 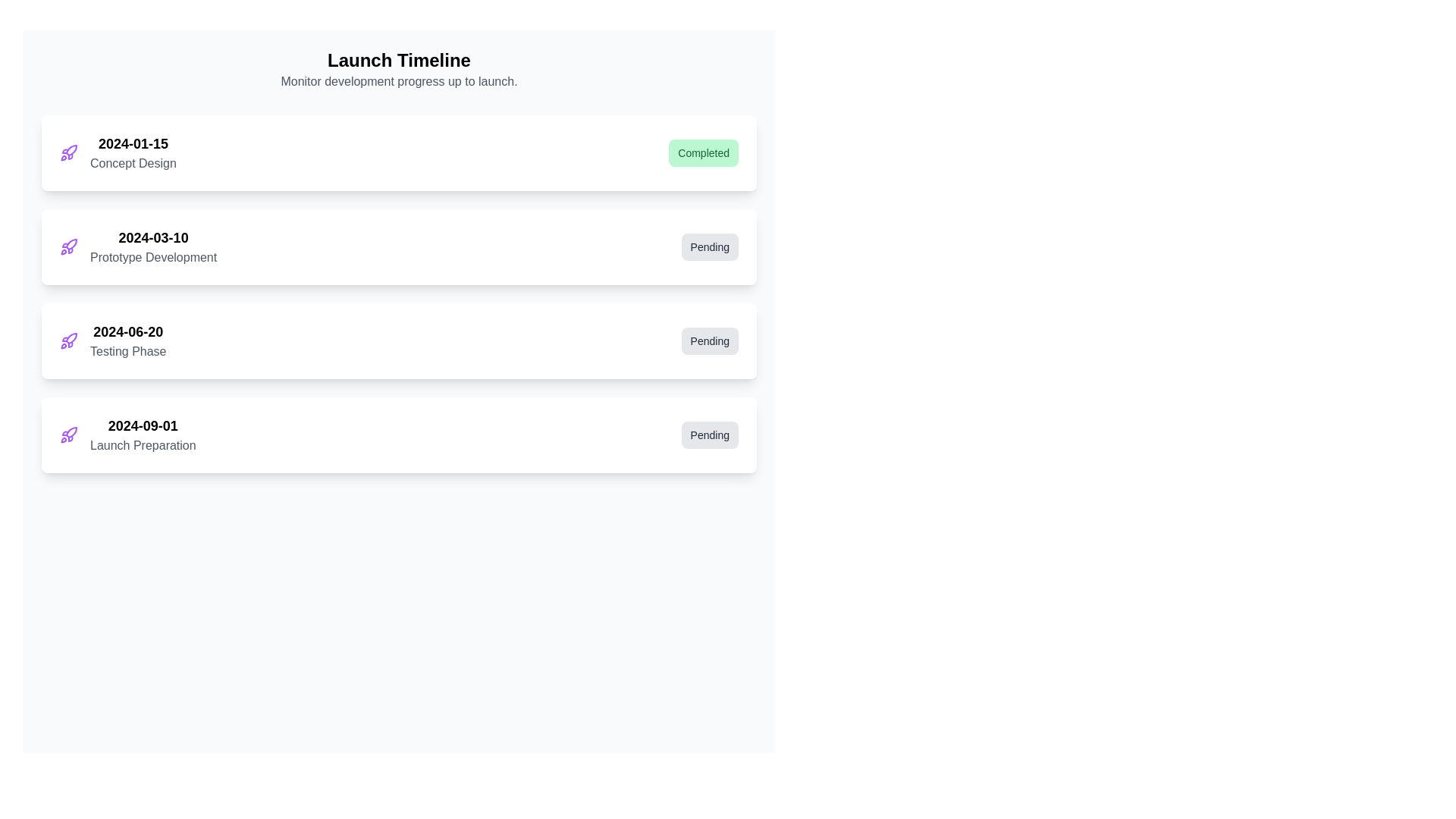 What do you see at coordinates (143, 444) in the screenshot?
I see `the descriptive text label associated with the date '2024-09-01', which details the state of 'Launch Preparation'` at bounding box center [143, 444].